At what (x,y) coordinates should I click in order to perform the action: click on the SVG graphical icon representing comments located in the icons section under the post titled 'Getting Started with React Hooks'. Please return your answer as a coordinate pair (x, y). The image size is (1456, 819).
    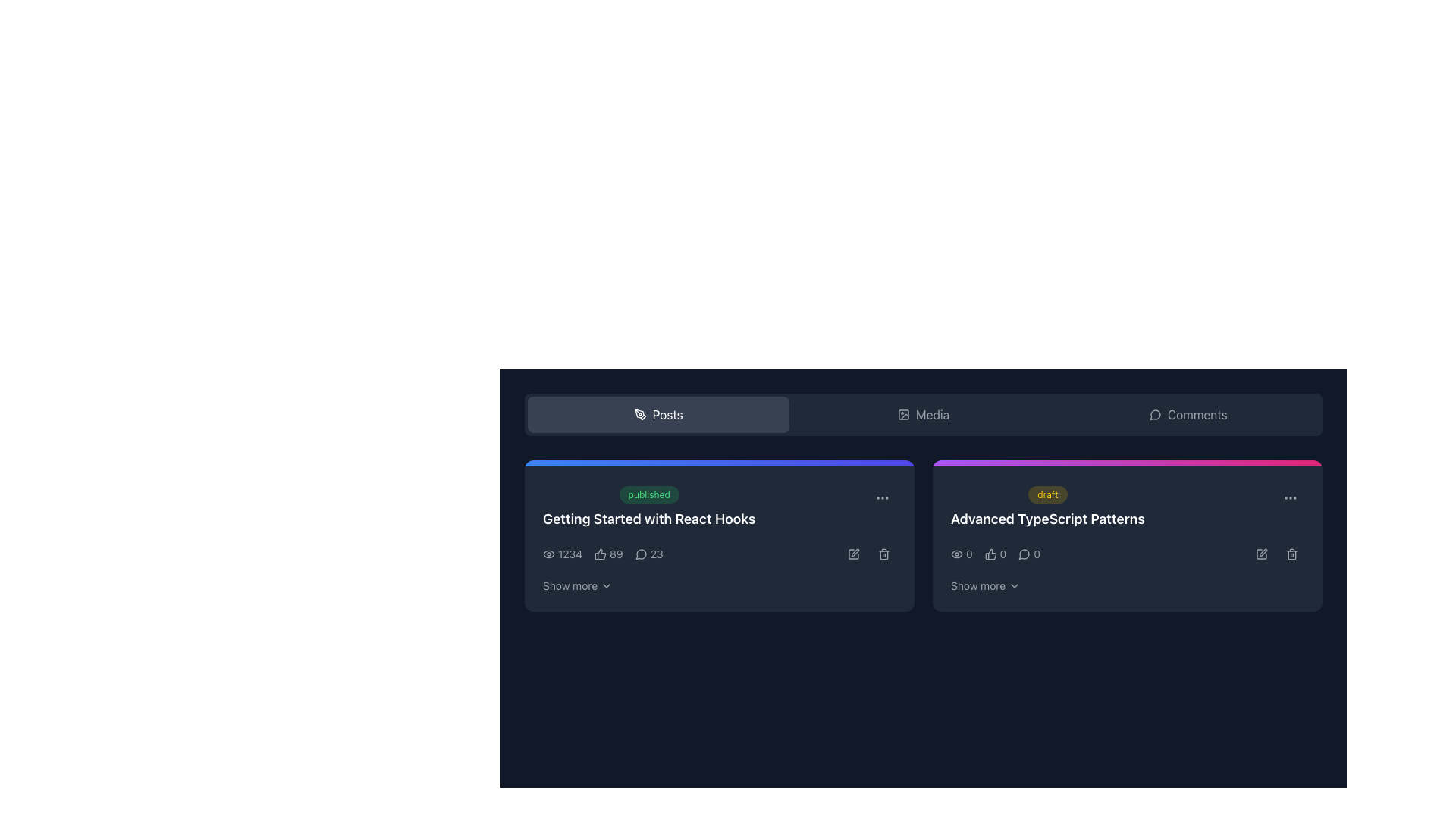
    Looking at the image, I should click on (641, 554).